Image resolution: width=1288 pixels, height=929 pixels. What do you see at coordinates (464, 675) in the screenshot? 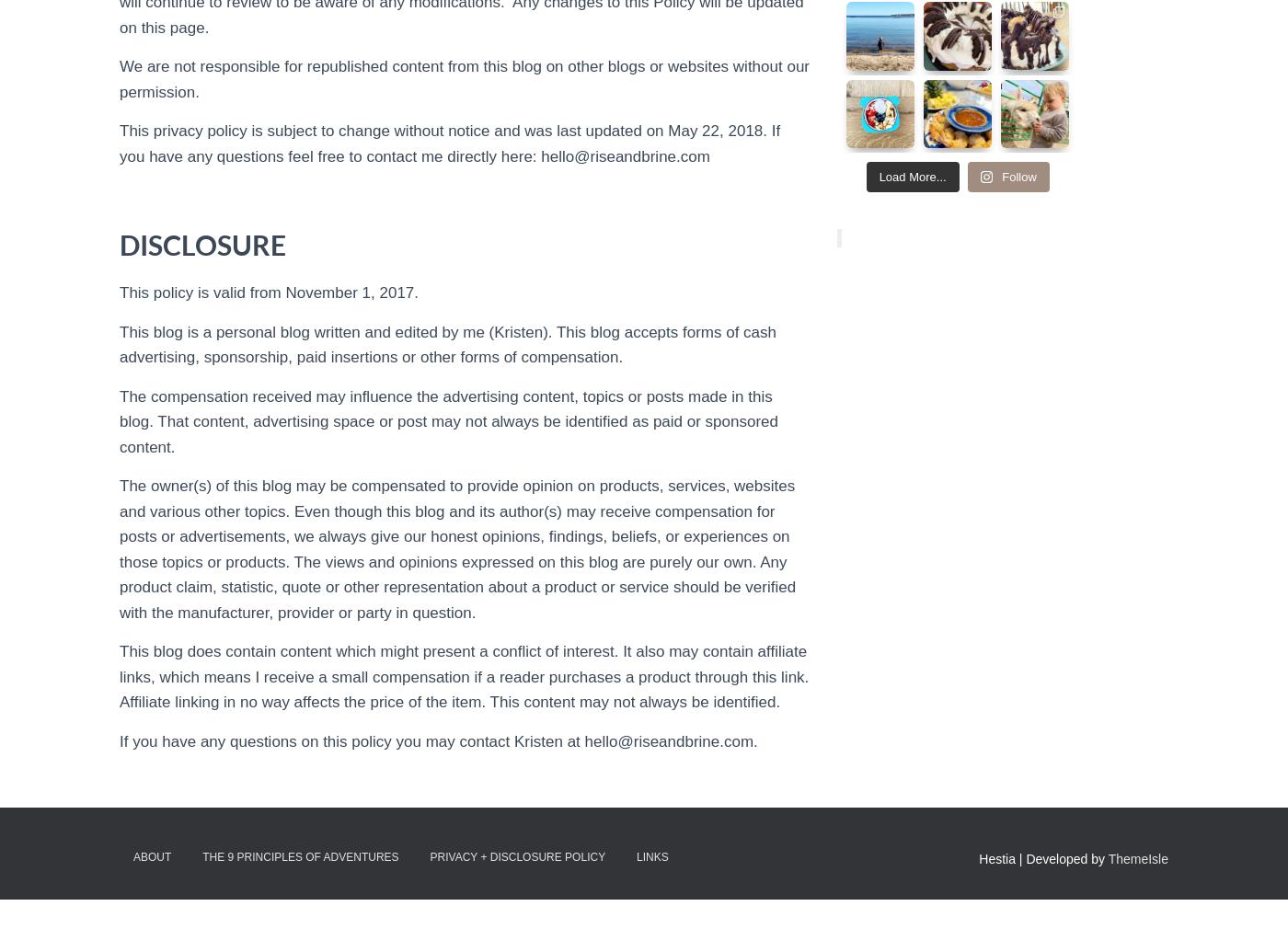
I see `'This blog does contain content which might present a conflict of interest. It also may contain affiliate links, which means I receive a small compensation if a reader purchases a product through this link. Affiliate linking in no way affects the price of the item. This content may not always be identified.'` at bounding box center [464, 675].